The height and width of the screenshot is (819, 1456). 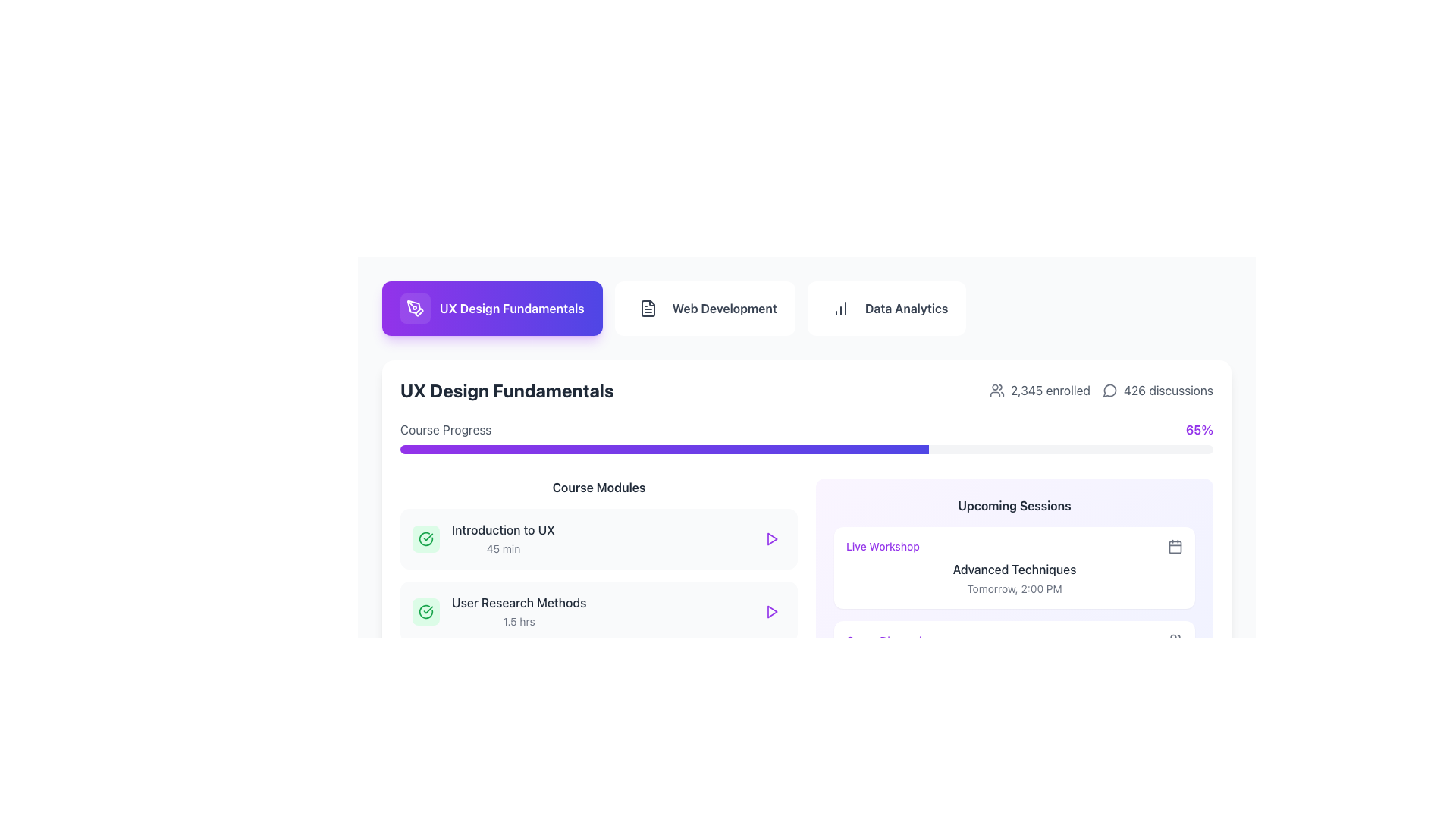 What do you see at coordinates (415, 308) in the screenshot?
I see `the pen tool icon located within the rounded square button near the title 'UX Design Fundamentals'` at bounding box center [415, 308].